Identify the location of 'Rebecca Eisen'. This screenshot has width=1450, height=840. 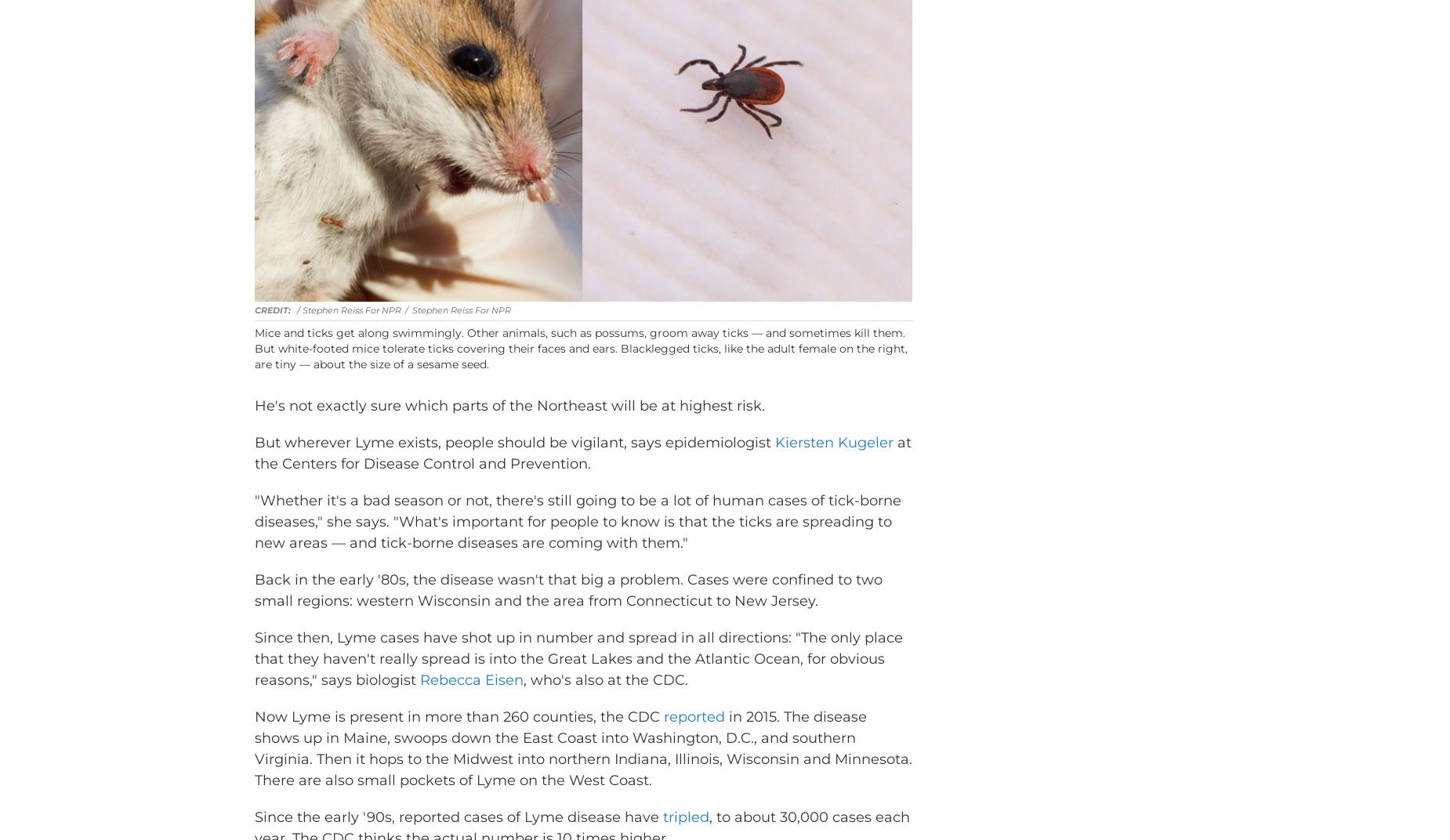
(471, 703).